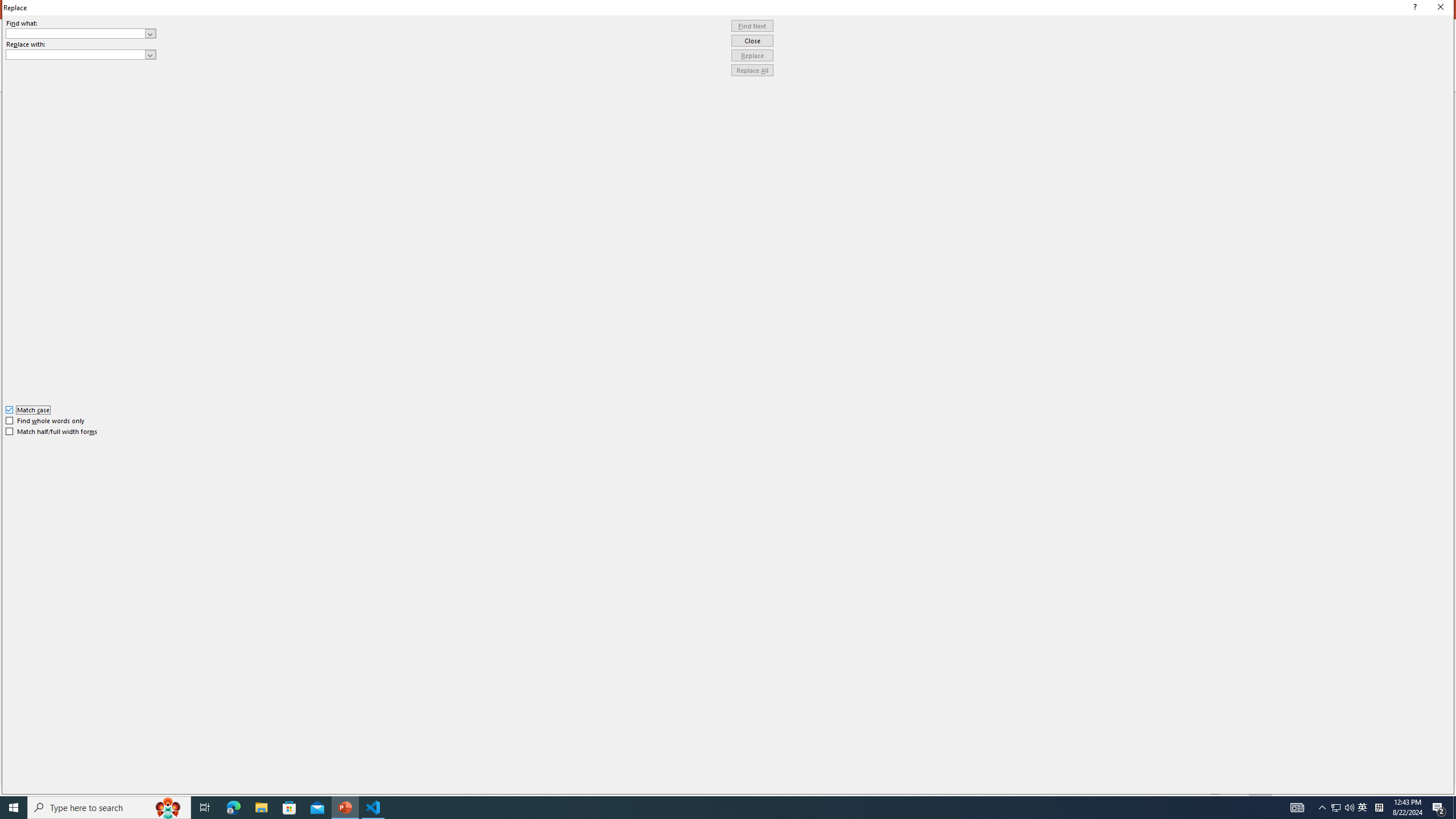  What do you see at coordinates (76, 33) in the screenshot?
I see `'Find what'` at bounding box center [76, 33].